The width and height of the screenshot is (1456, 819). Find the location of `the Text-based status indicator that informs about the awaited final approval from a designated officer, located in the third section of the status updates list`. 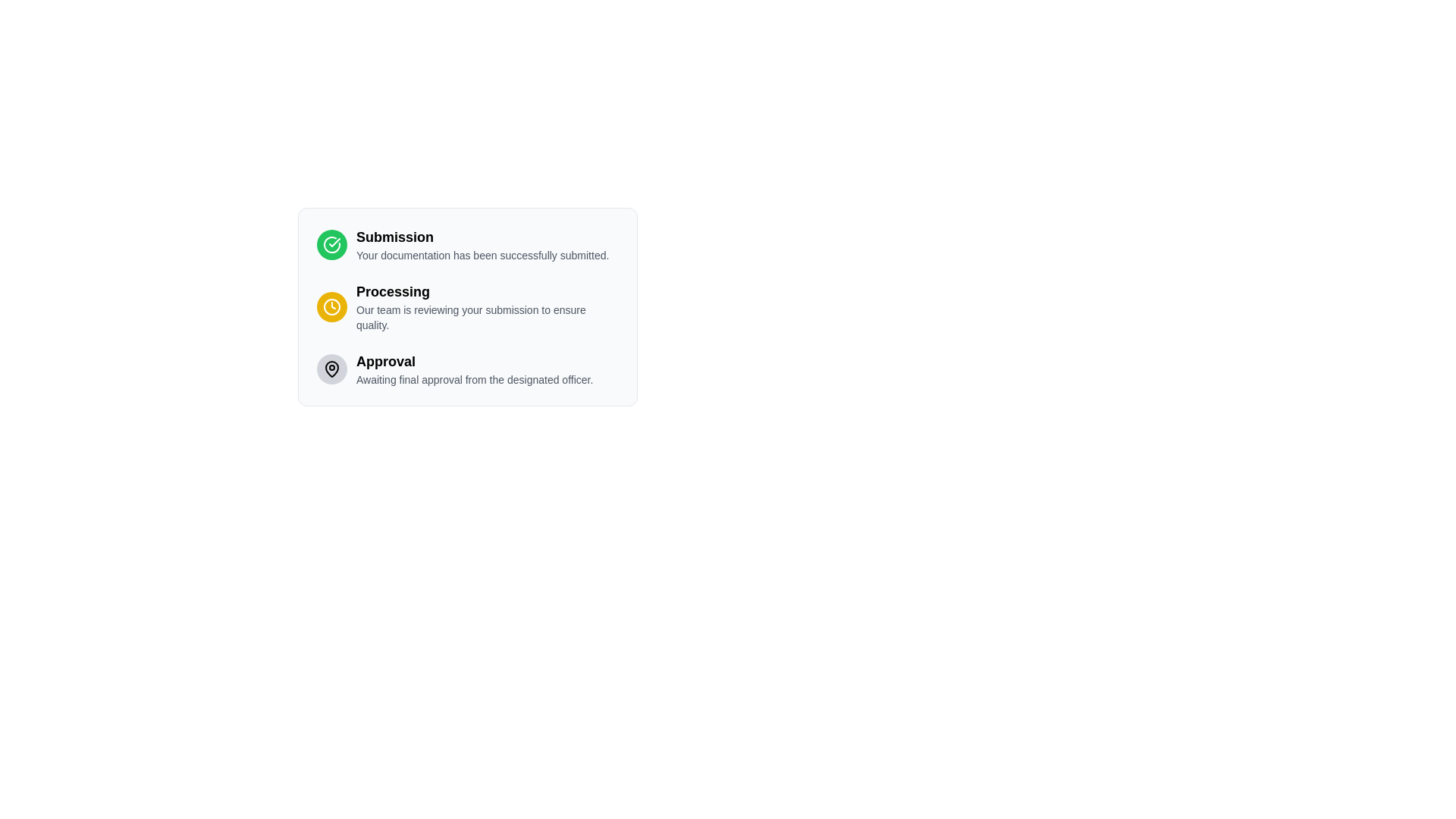

the Text-based status indicator that informs about the awaited final approval from a designated officer, located in the third section of the status updates list is located at coordinates (467, 369).